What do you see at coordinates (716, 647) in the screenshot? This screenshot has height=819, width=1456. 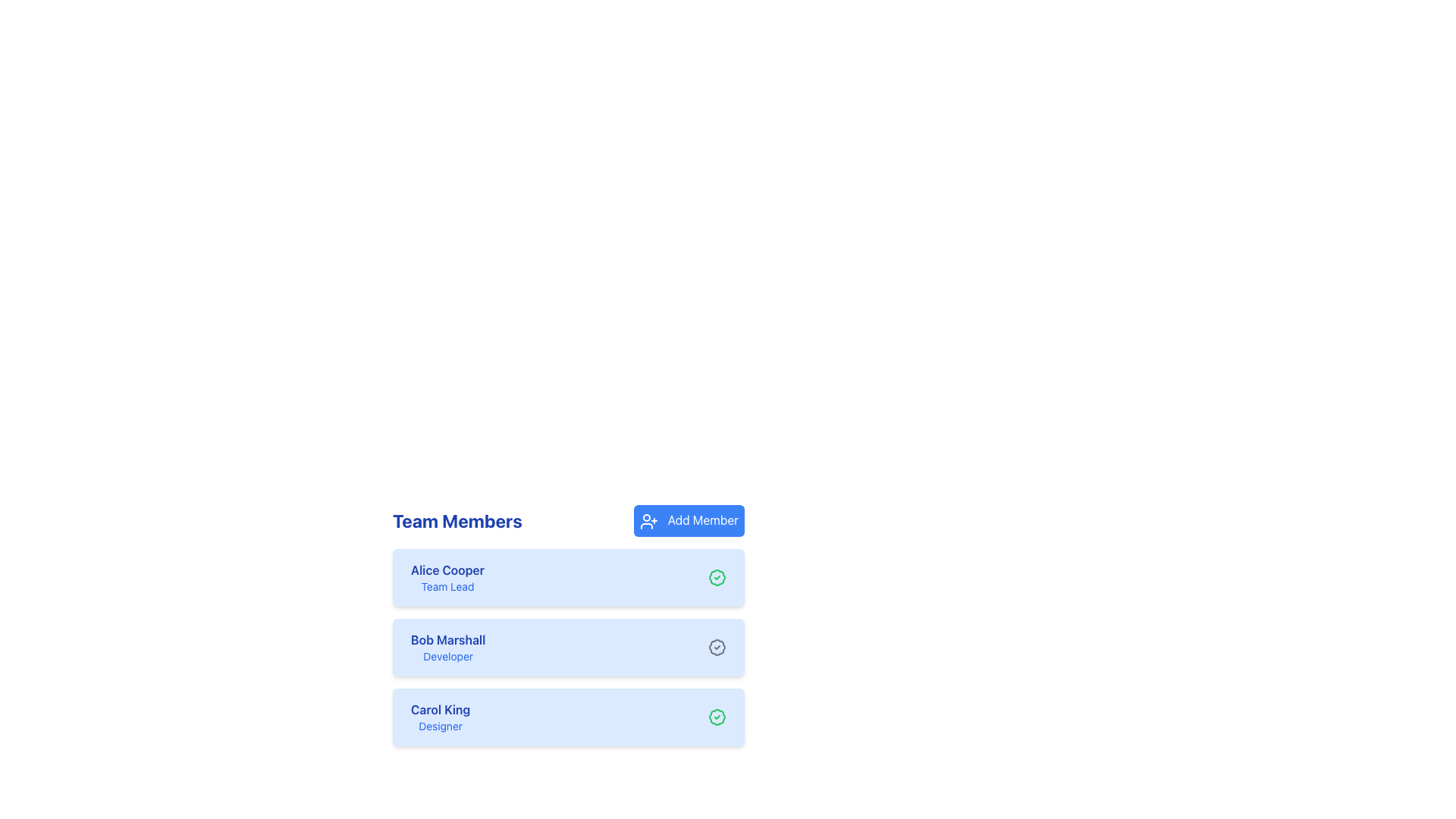 I see `the circular icon with a wavy border next to 'Bob Marshall' in the 'Team Members' section` at bounding box center [716, 647].